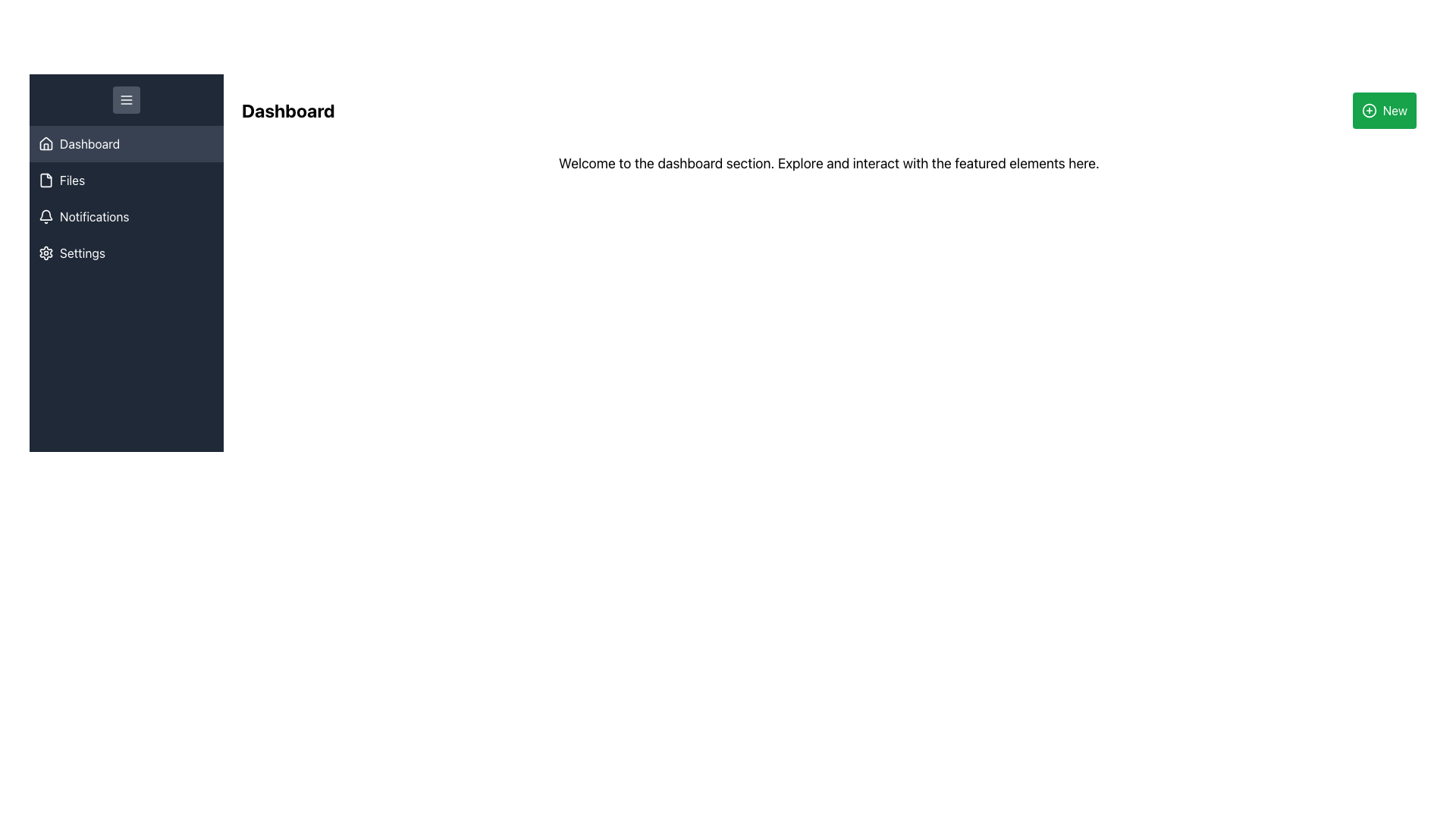  What do you see at coordinates (828, 164) in the screenshot?
I see `the text block that says 'Welcome to the dashboard section. Explore and interact with the featured elements here.' which is centrally located in the dashboard content area` at bounding box center [828, 164].